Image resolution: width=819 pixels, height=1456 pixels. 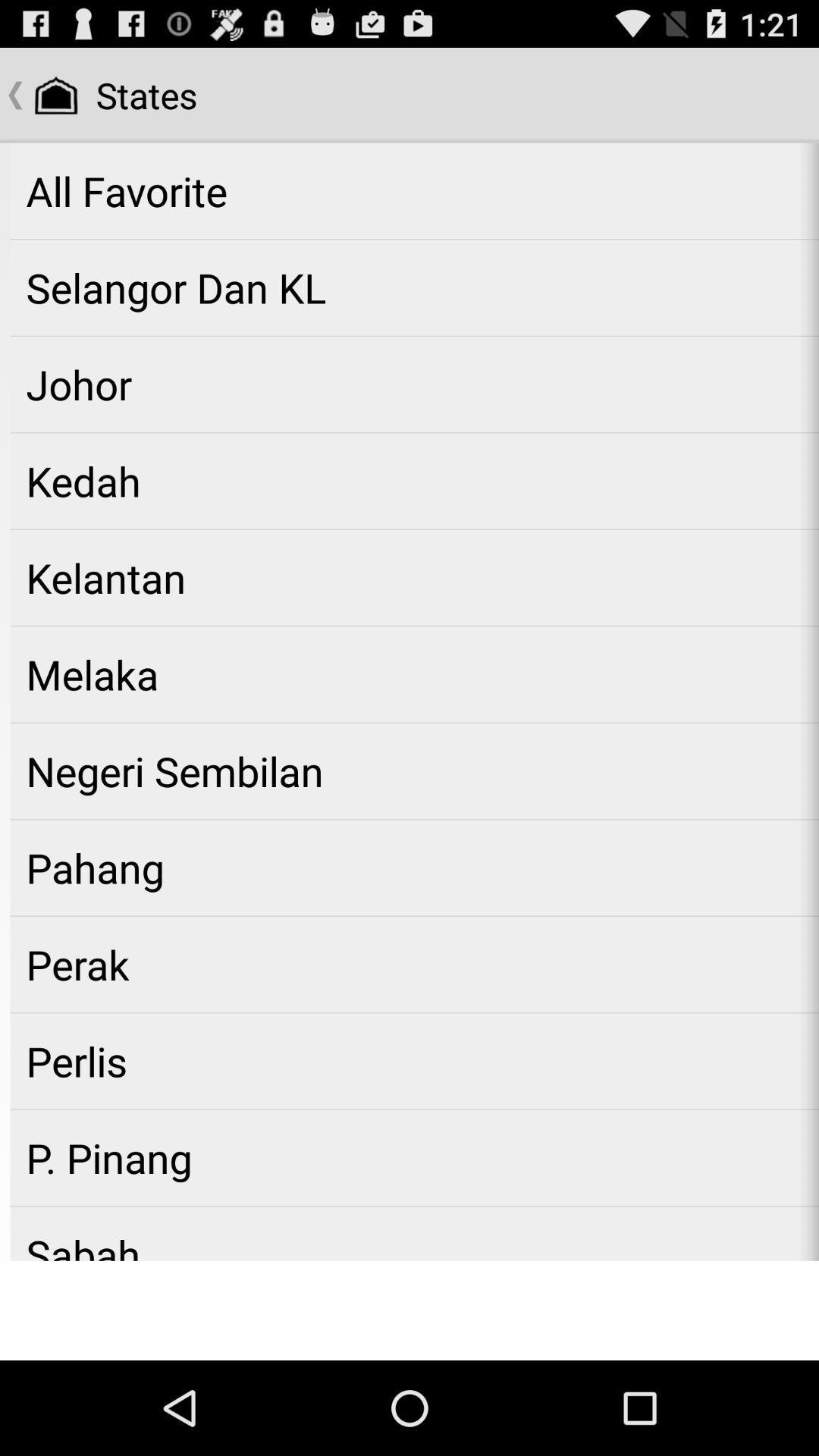 I want to click on perlis, so click(x=414, y=1060).